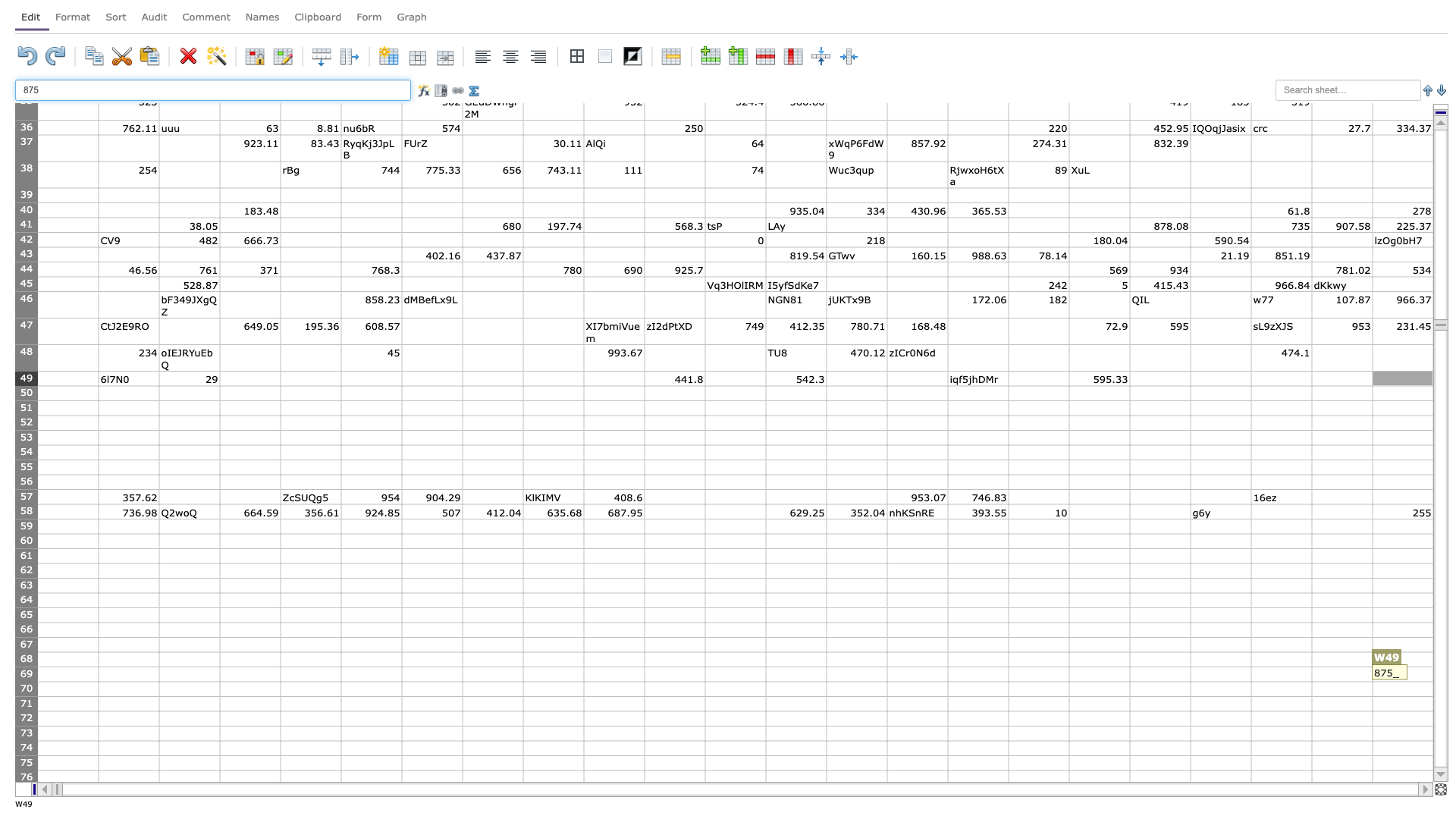 This screenshot has width=1456, height=819. Describe the element at coordinates (218, 696) in the screenshot. I see `bottom right corner of cell C70` at that location.